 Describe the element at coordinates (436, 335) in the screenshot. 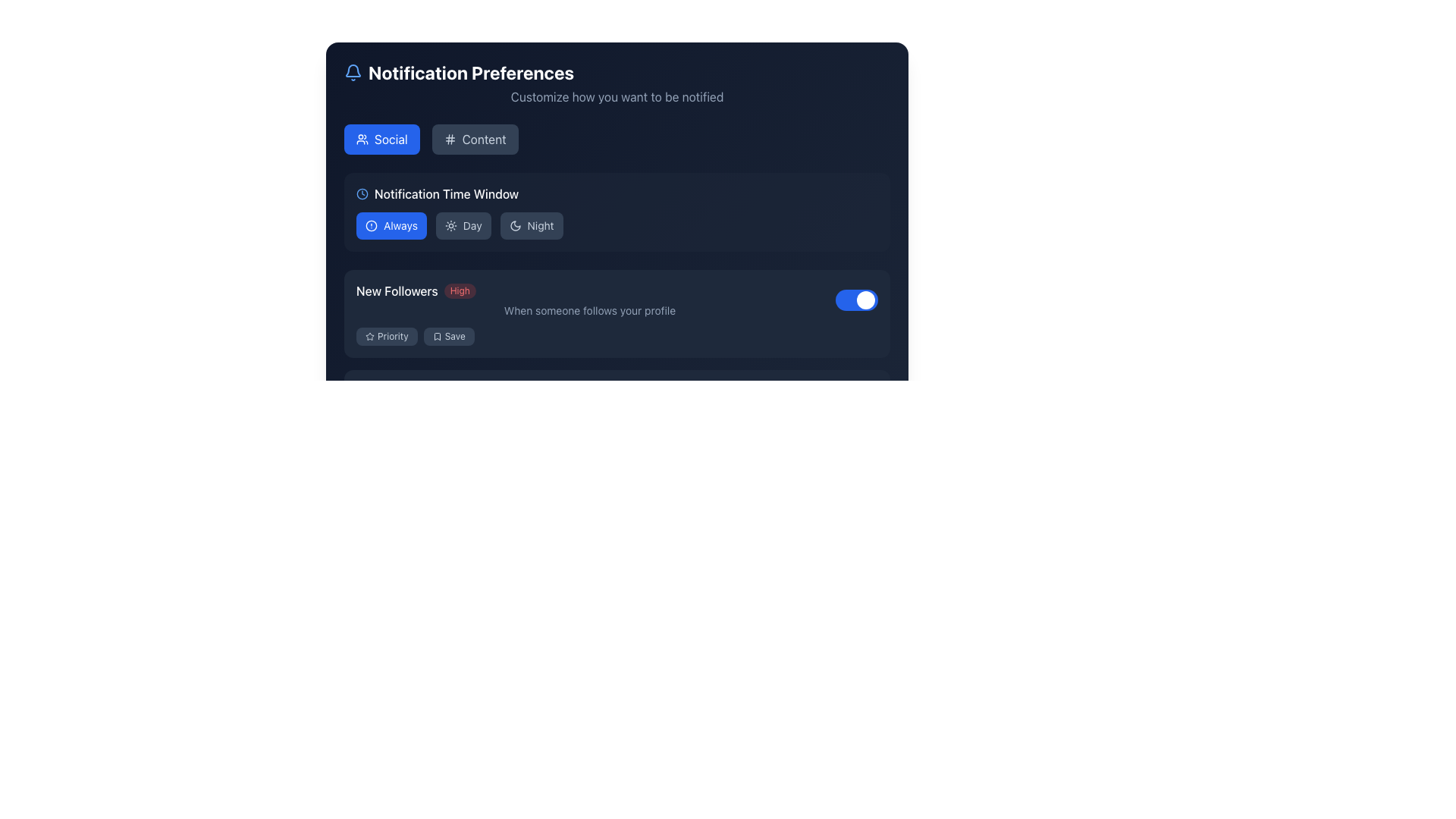

I see `the bookmark icon represented by an SVG graphic located within the 'Save' button at the bottom right of the 'New Followers' section` at that location.